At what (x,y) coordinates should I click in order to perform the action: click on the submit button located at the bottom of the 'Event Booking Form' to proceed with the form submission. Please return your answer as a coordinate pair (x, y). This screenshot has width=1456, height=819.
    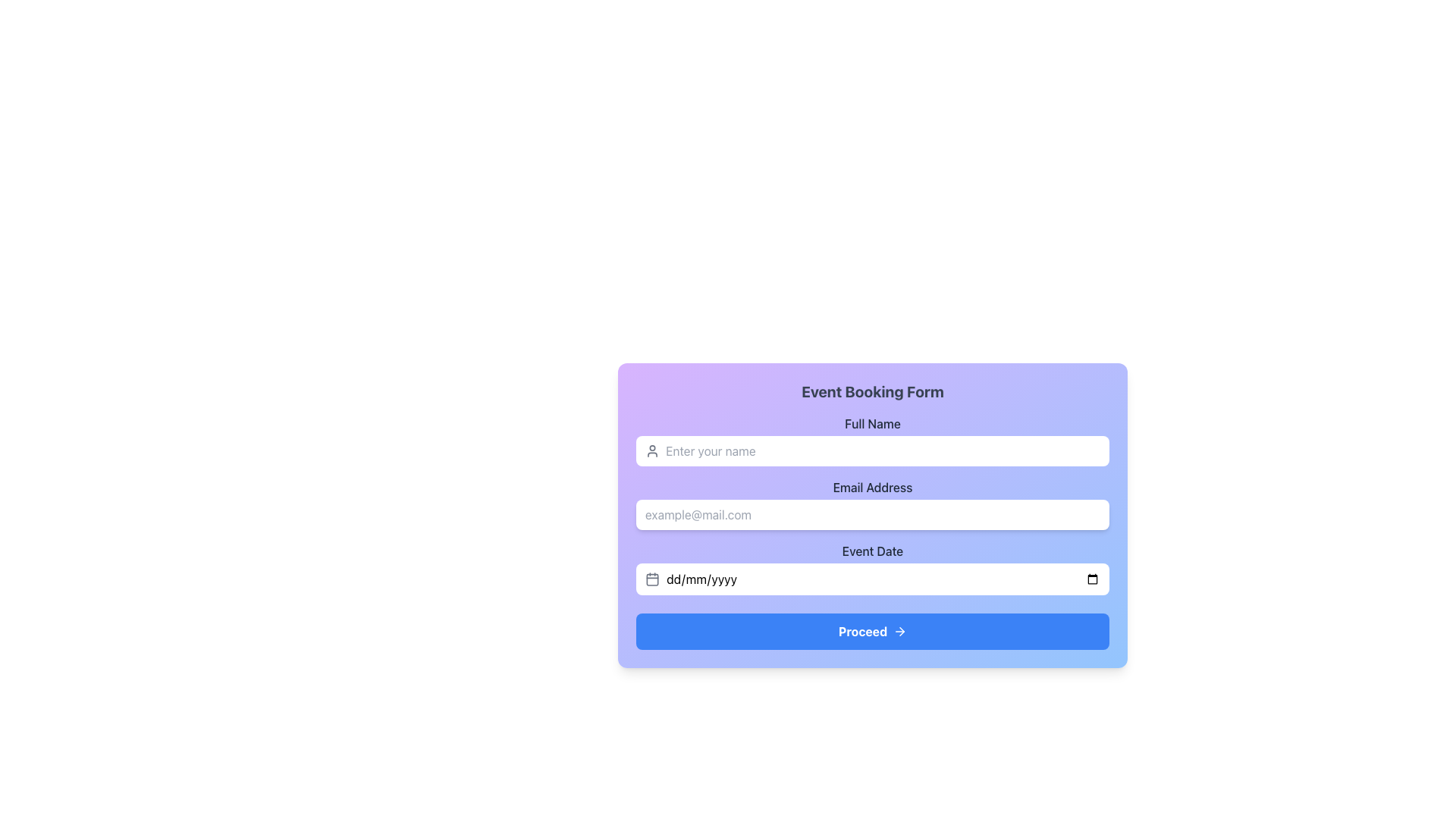
    Looking at the image, I should click on (873, 632).